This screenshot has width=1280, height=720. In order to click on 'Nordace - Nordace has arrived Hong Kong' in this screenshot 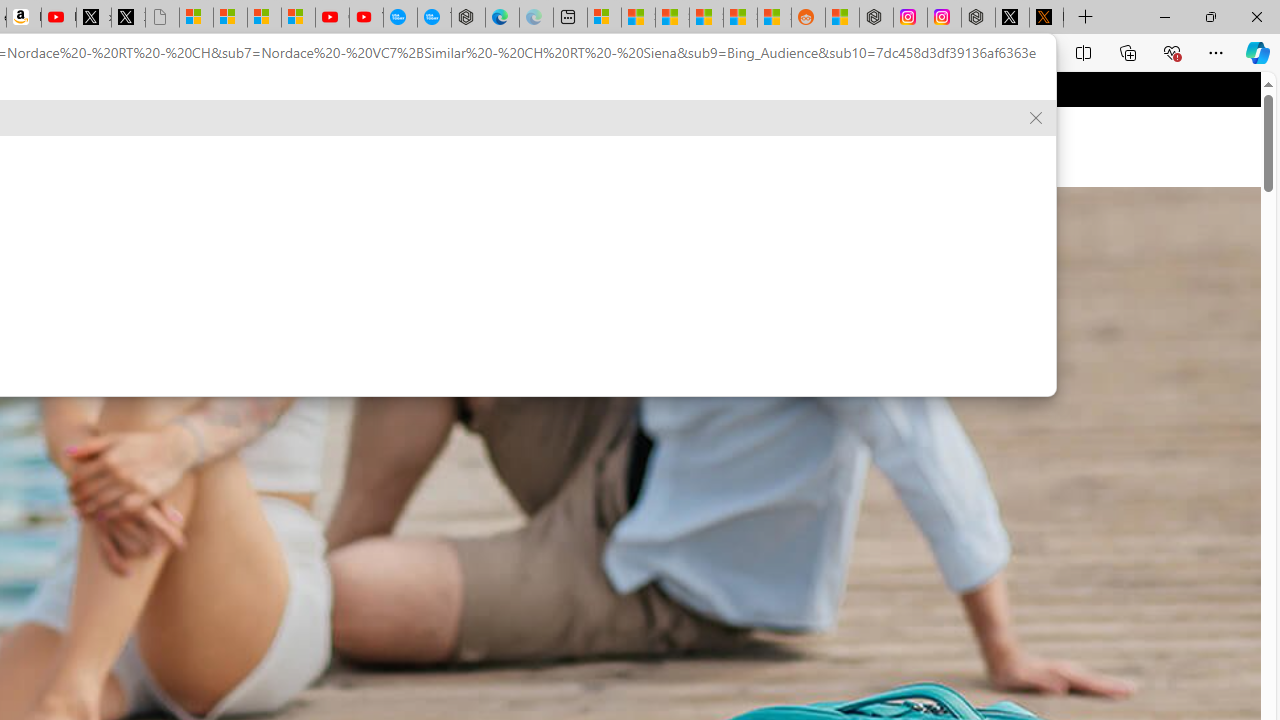, I will do `click(467, 17)`.